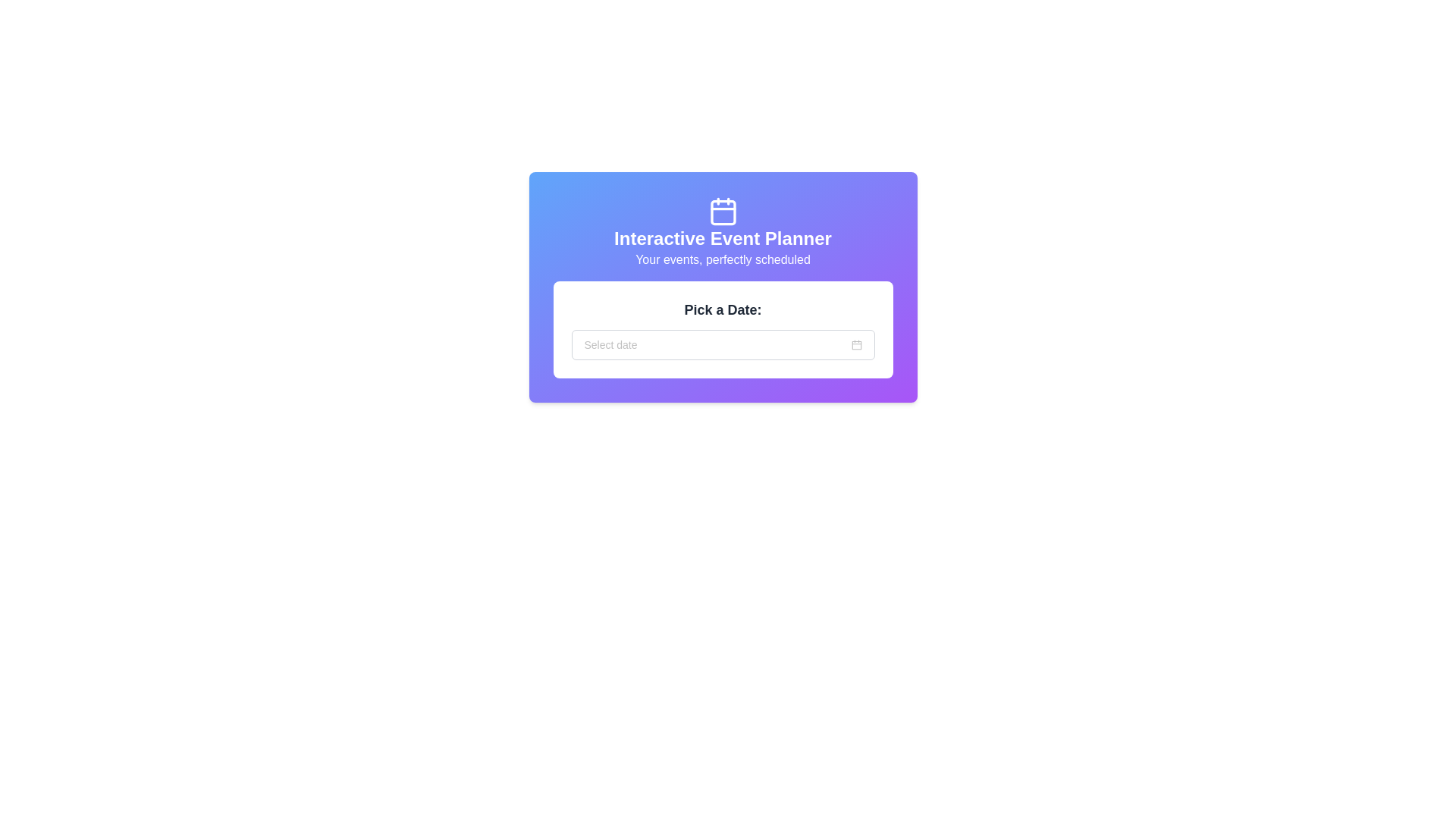 The image size is (1456, 819). What do you see at coordinates (722, 211) in the screenshot?
I see `the decorative icon associated with the 'Interactive Event Planner' section, which is centrally positioned at the top and above the text lines` at bounding box center [722, 211].